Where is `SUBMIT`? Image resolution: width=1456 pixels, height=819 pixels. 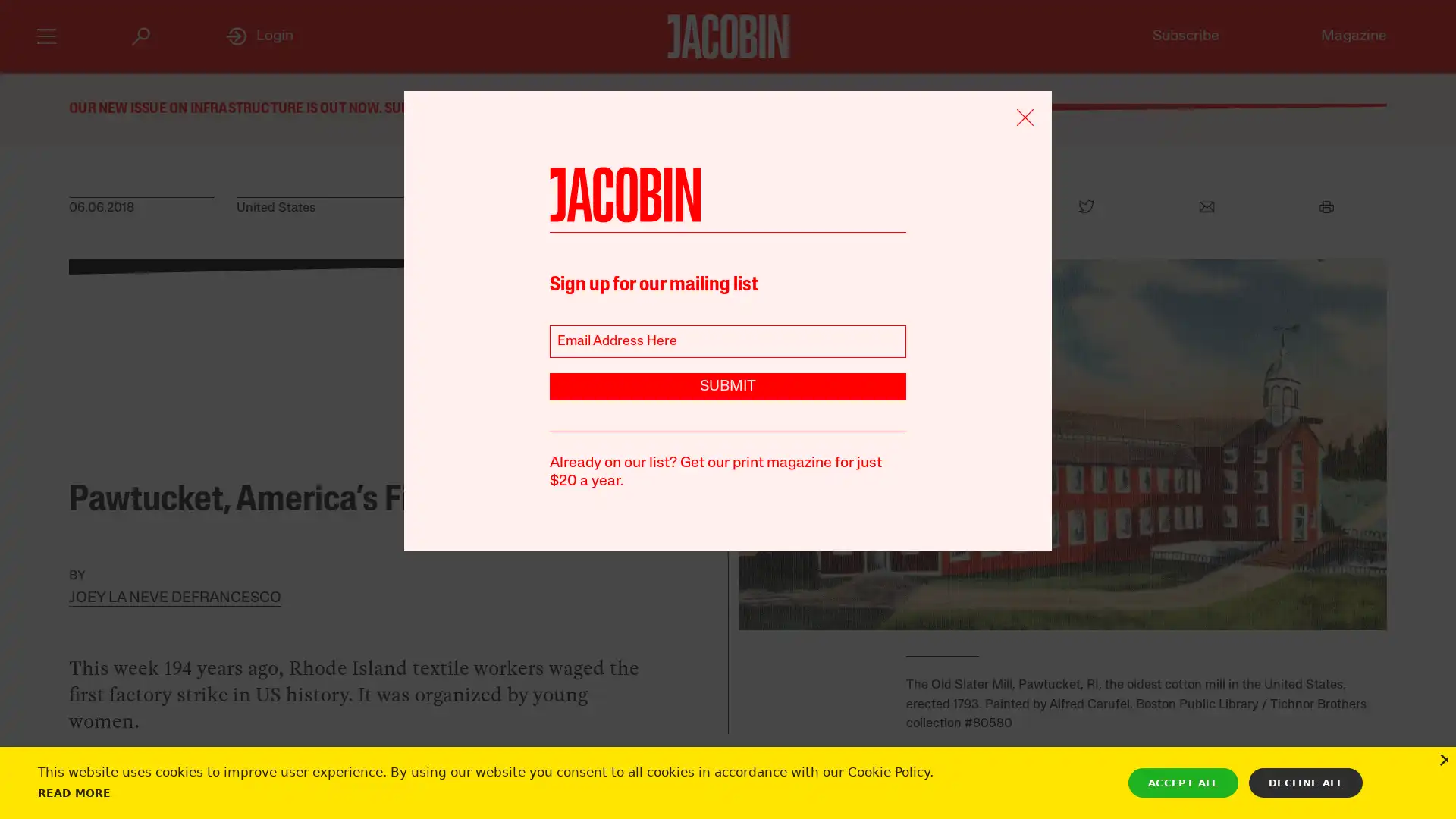
SUBMIT is located at coordinates (726, 385).